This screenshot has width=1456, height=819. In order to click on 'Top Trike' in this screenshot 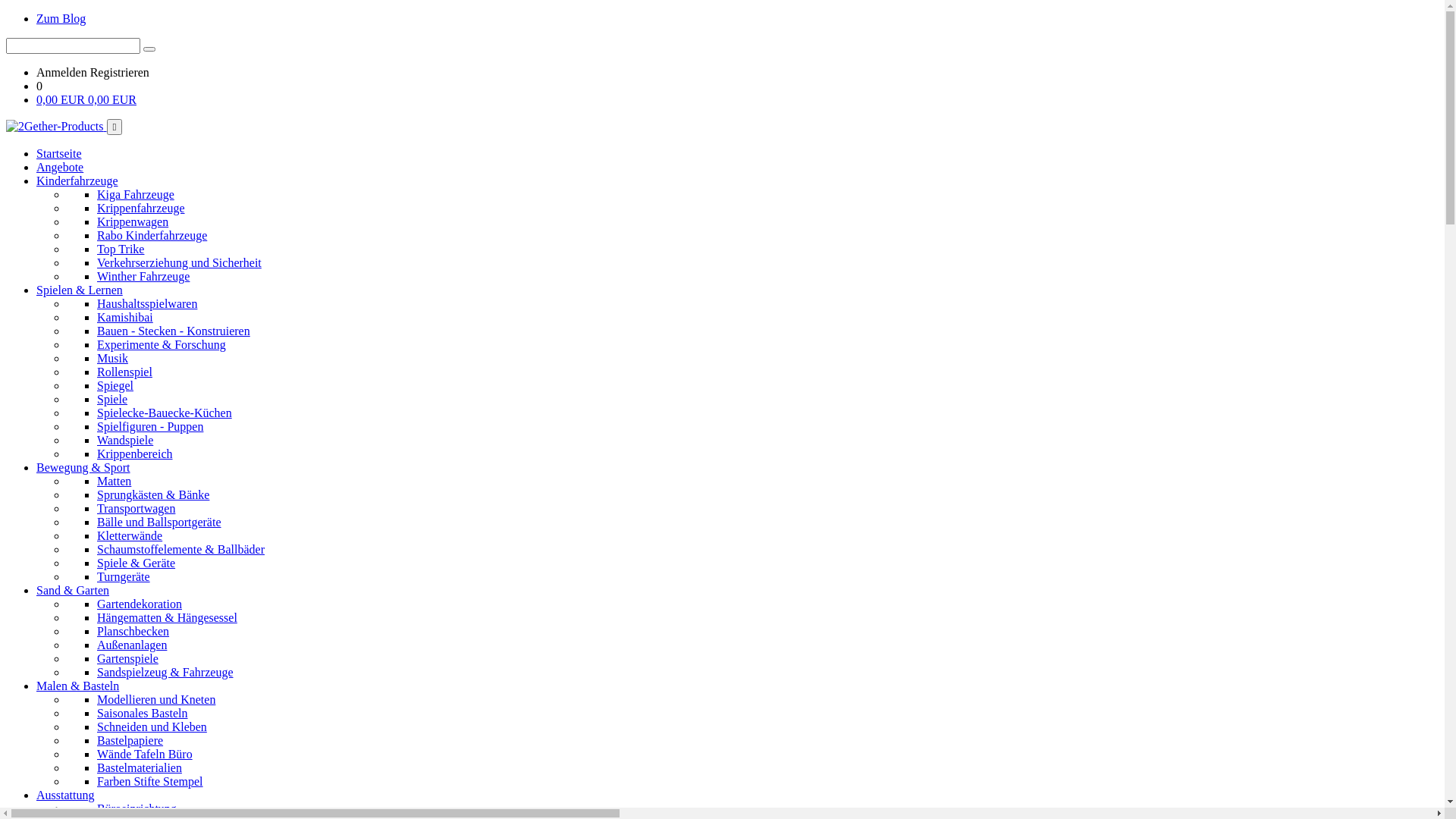, I will do `click(119, 248)`.